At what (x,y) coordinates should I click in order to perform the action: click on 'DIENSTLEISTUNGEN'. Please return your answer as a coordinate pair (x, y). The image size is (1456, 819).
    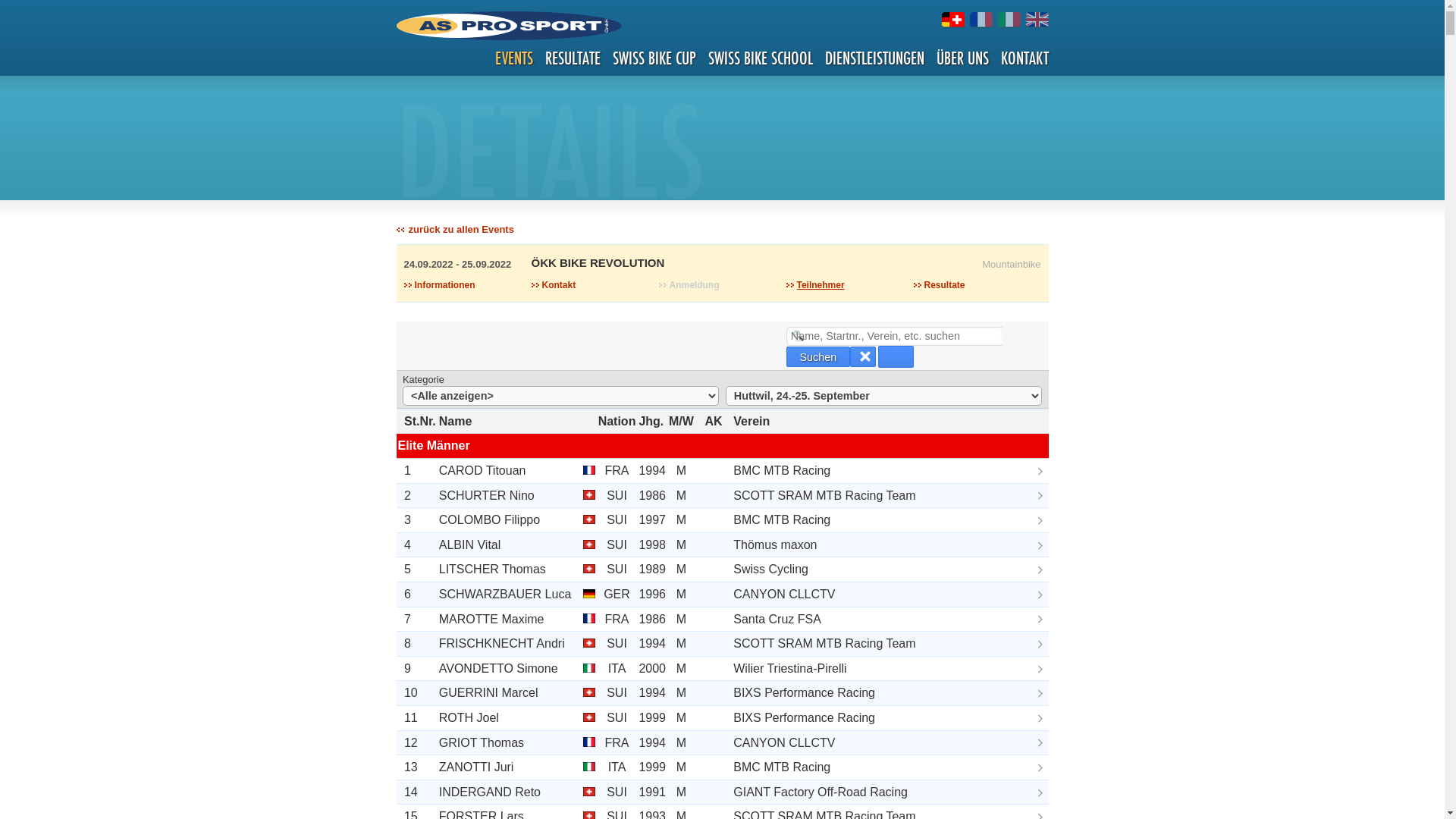
    Looking at the image, I should click on (874, 57).